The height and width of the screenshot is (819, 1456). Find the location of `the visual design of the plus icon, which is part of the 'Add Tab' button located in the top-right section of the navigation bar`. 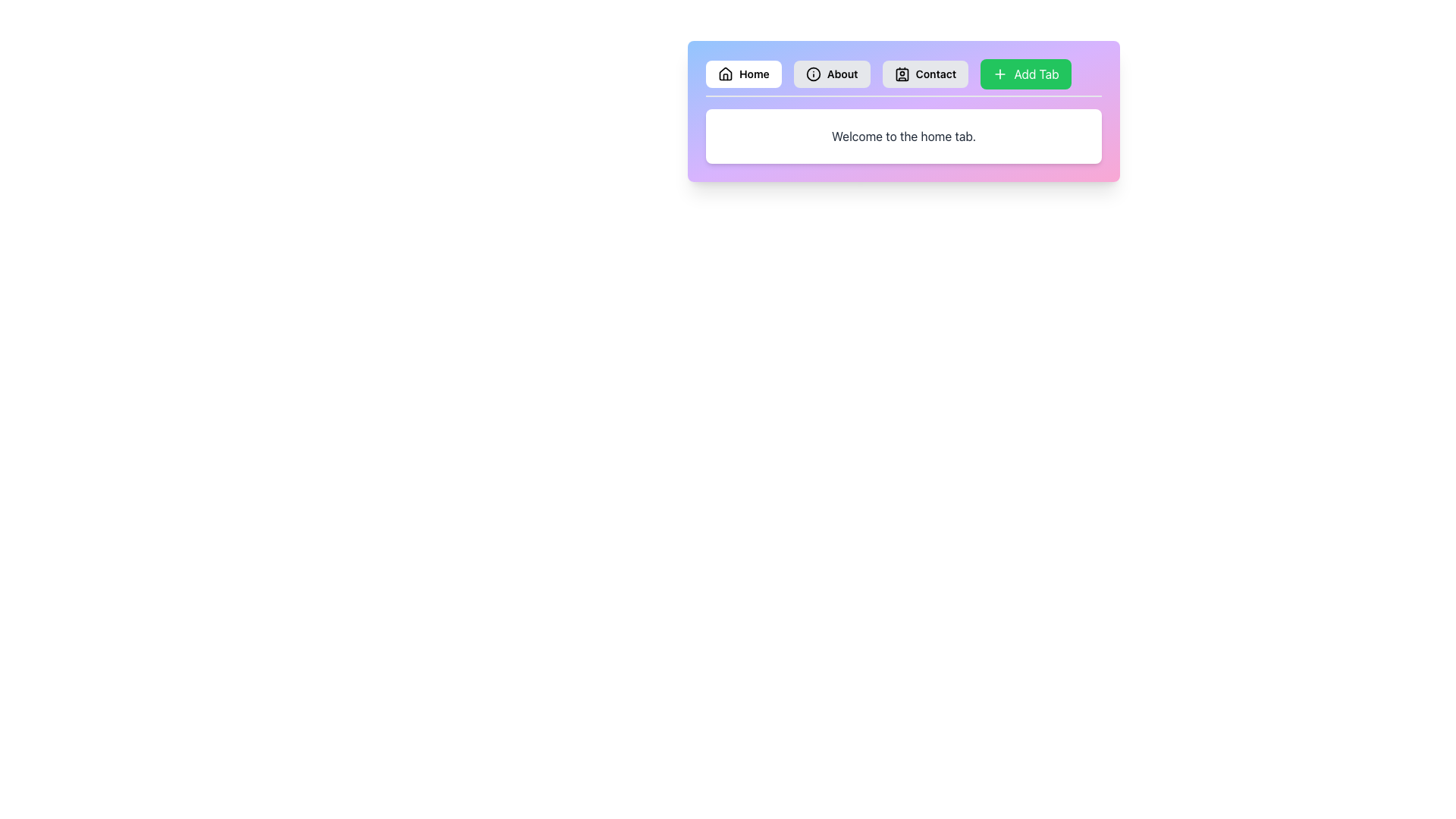

the visual design of the plus icon, which is part of the 'Add Tab' button located in the top-right section of the navigation bar is located at coordinates (1000, 74).